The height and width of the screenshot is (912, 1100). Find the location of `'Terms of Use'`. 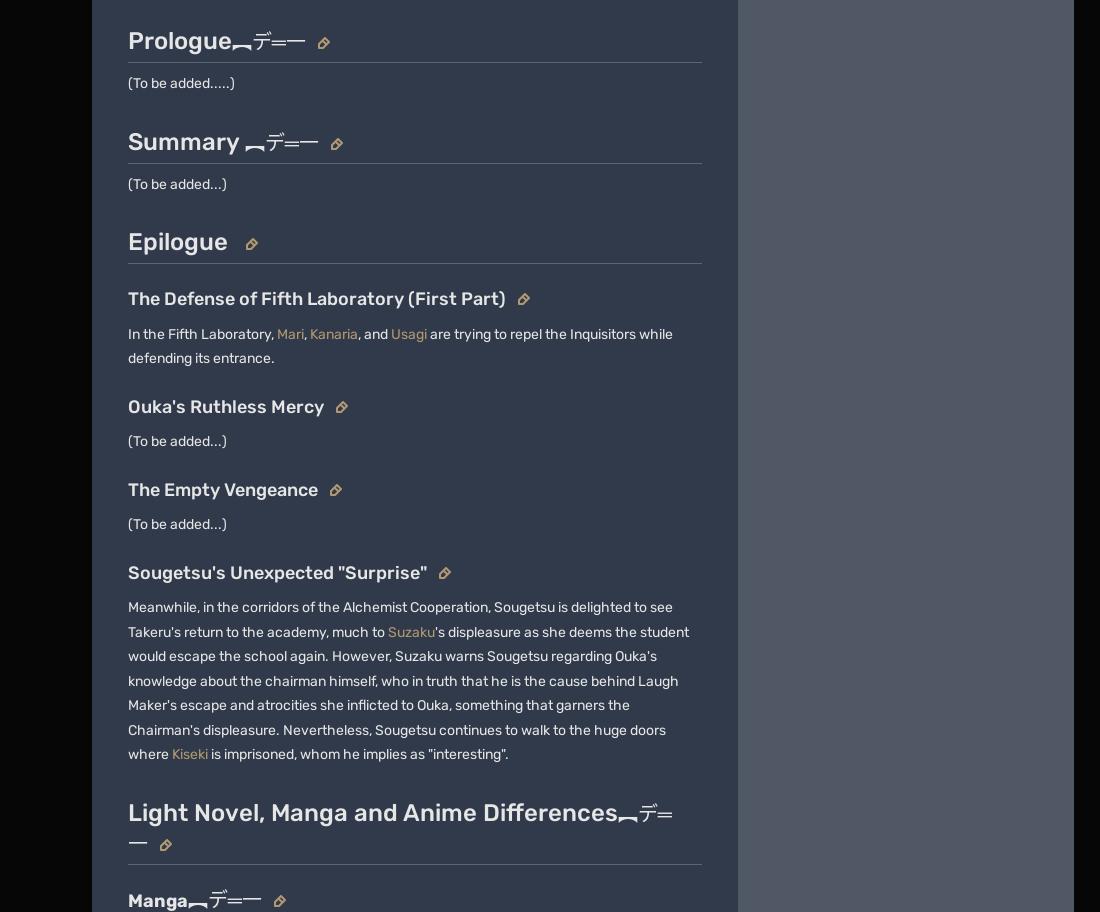

'Terms of Use' is located at coordinates (340, 435).